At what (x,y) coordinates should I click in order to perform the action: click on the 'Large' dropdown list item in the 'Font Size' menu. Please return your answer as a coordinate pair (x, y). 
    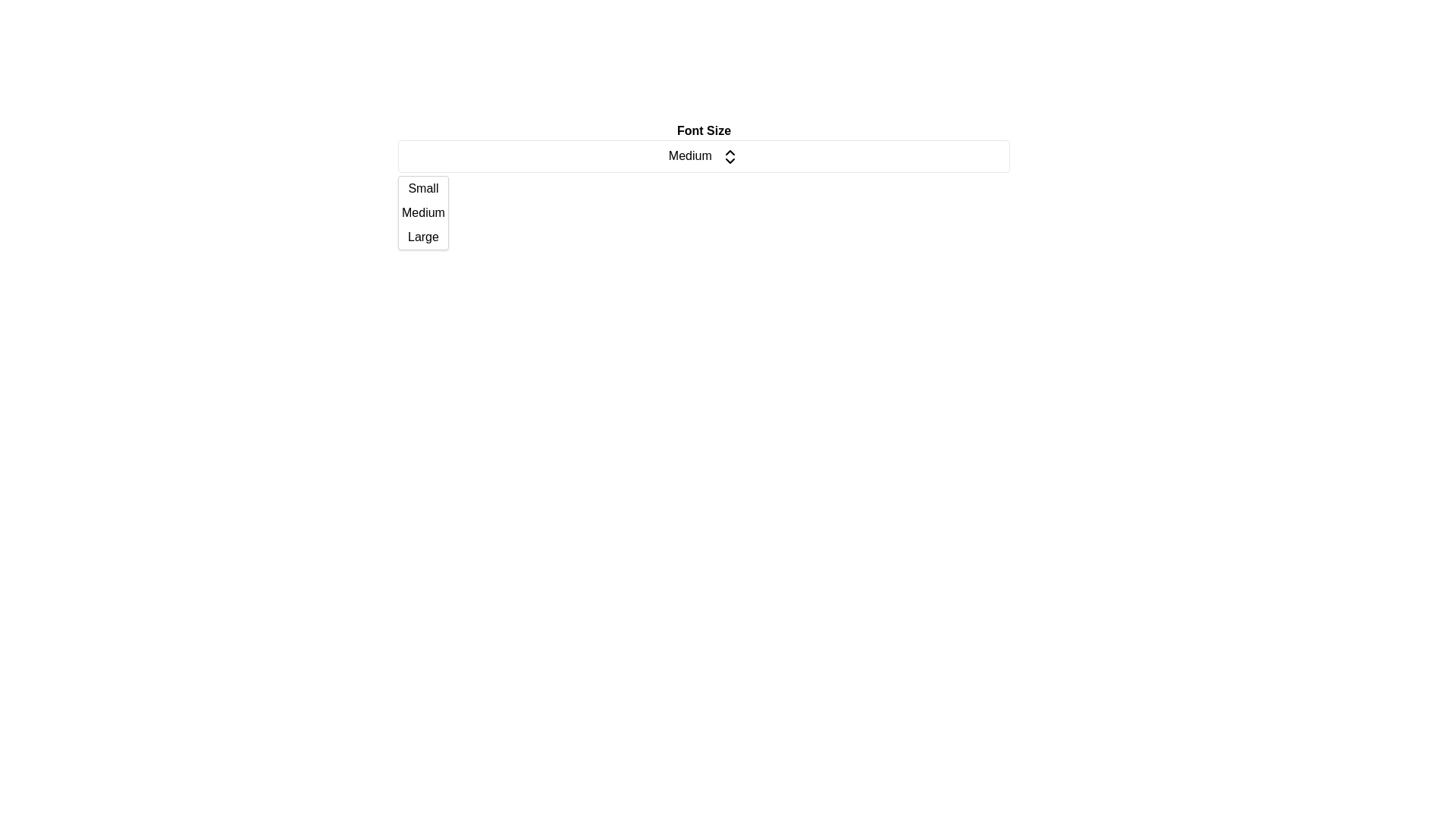
    Looking at the image, I should click on (423, 237).